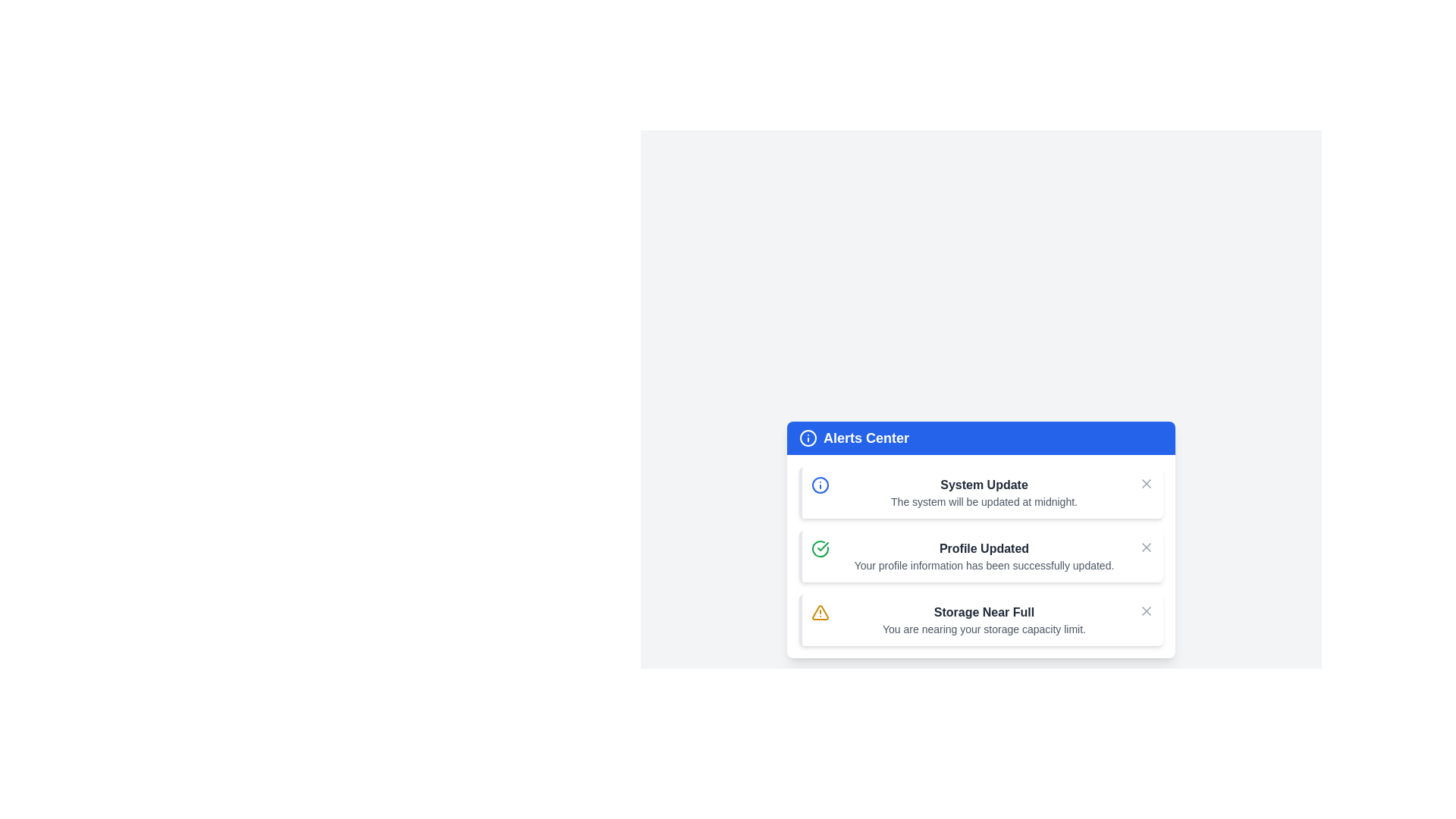 Image resolution: width=1456 pixels, height=819 pixels. I want to click on the SVG-based graphical close icon ('X') located at the top-right corner of the 'Profile Updated' notification card to provide highlighting feedback, so click(1147, 547).